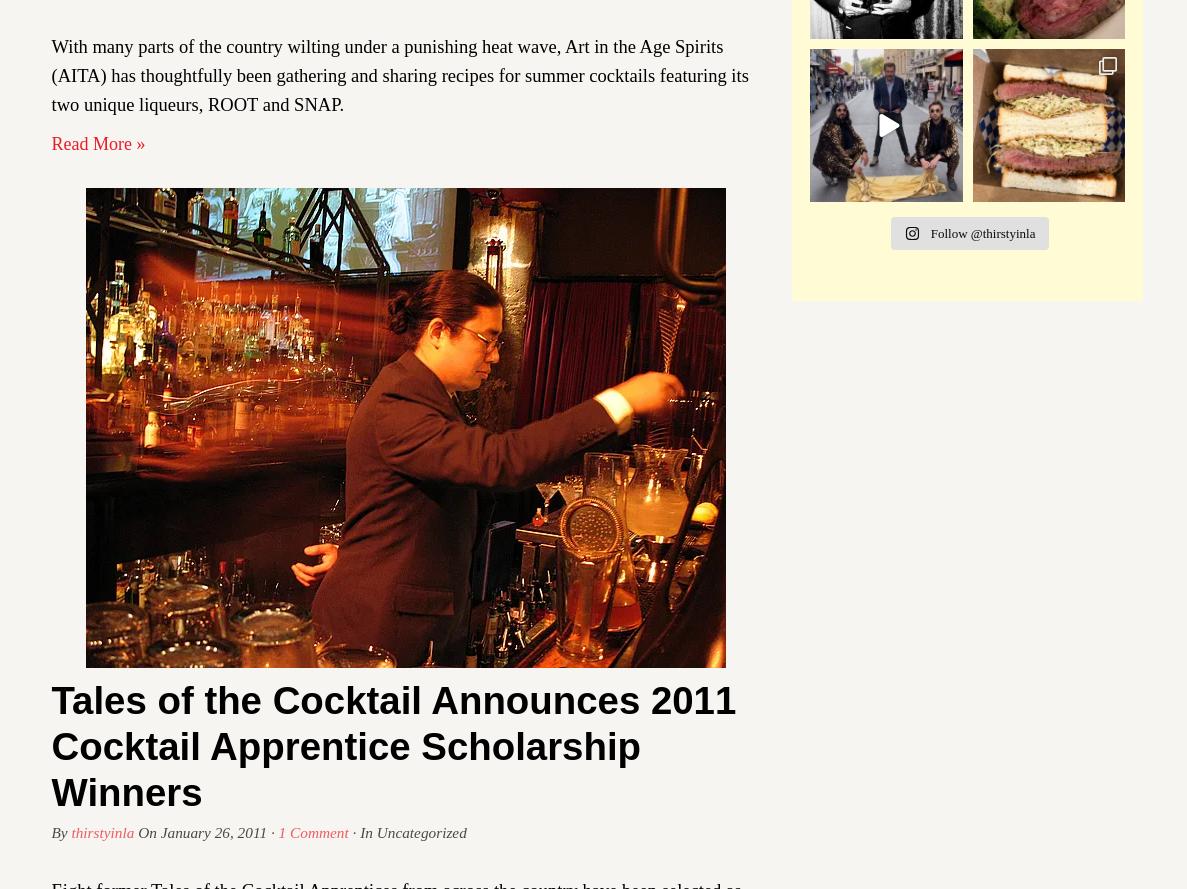 The height and width of the screenshot is (889, 1187). Describe the element at coordinates (421, 830) in the screenshot. I see `'Uncategorized'` at that location.